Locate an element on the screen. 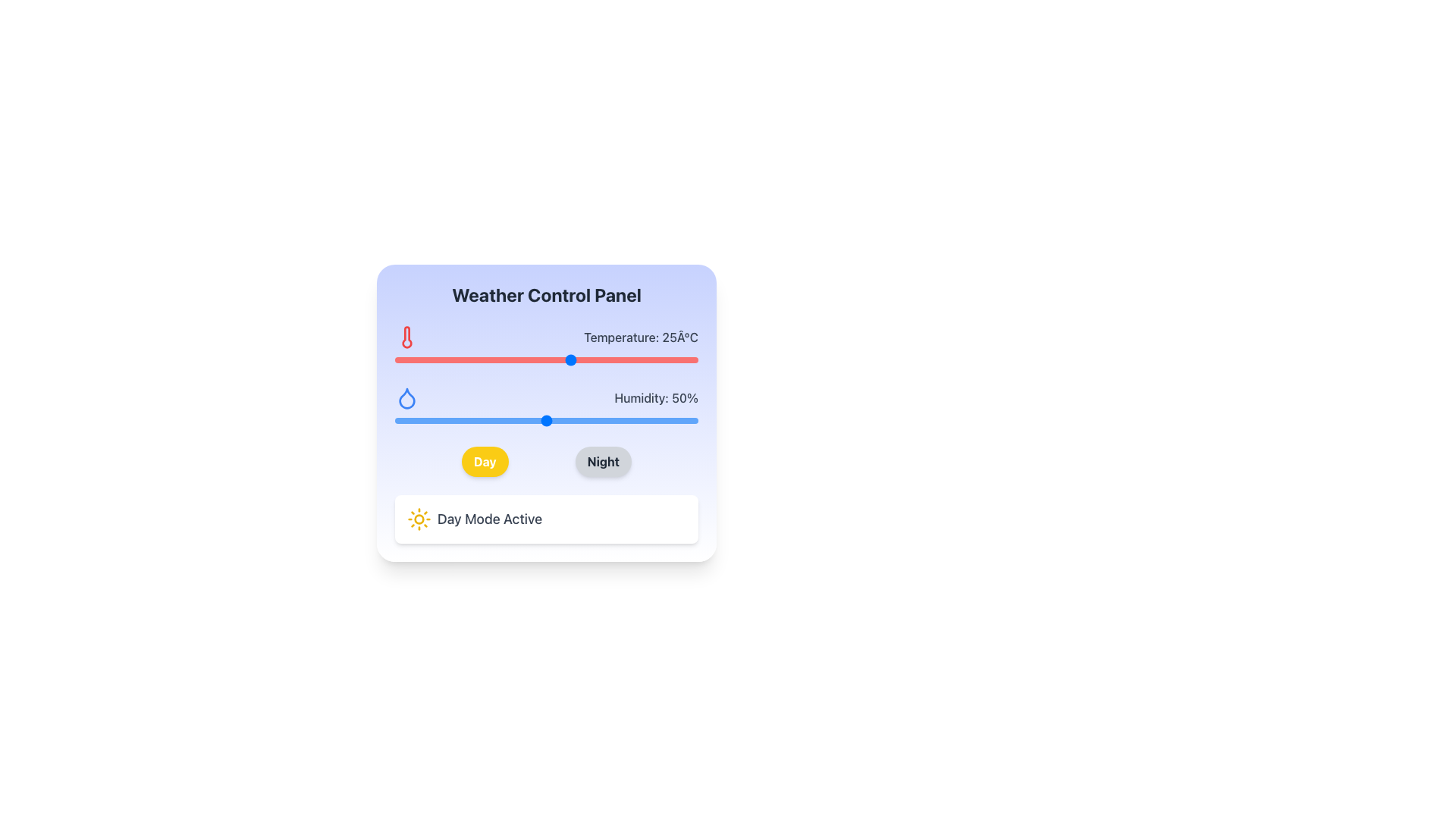 The width and height of the screenshot is (1456, 819). the rounded button labeled 'Night' with a gray background is located at coordinates (602, 461).